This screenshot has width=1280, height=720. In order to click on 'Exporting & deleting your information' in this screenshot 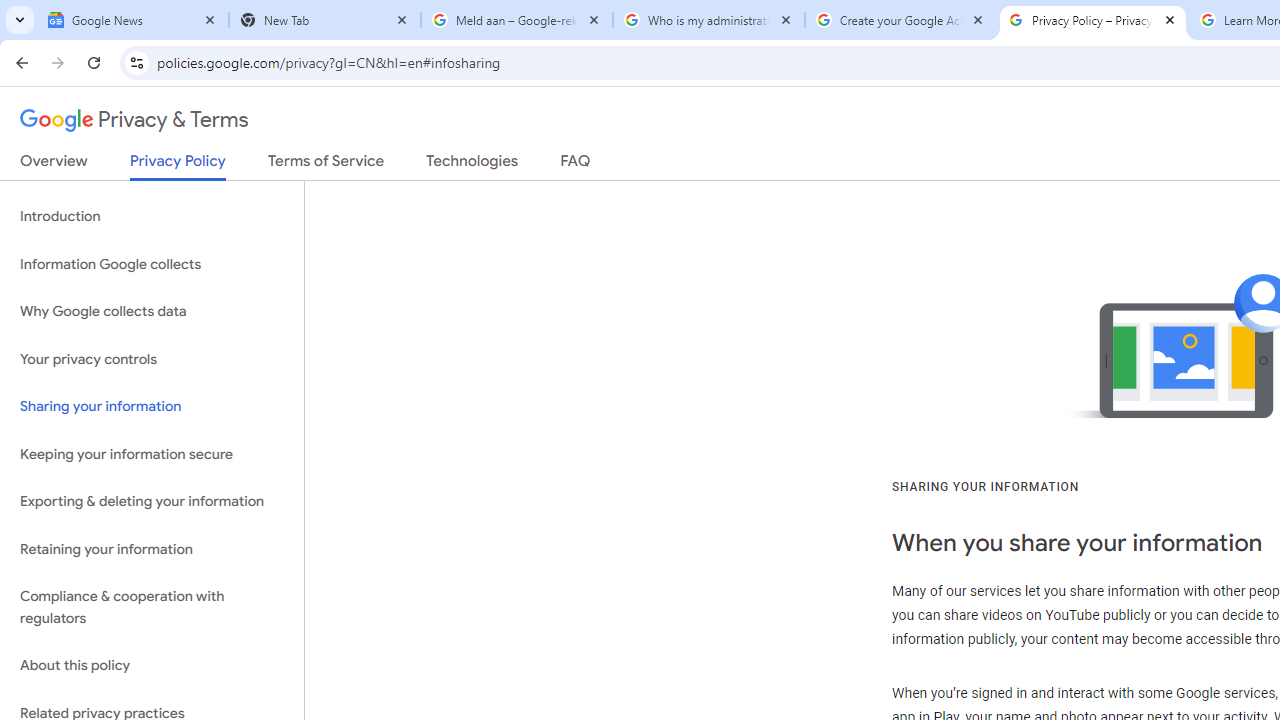, I will do `click(151, 501)`.